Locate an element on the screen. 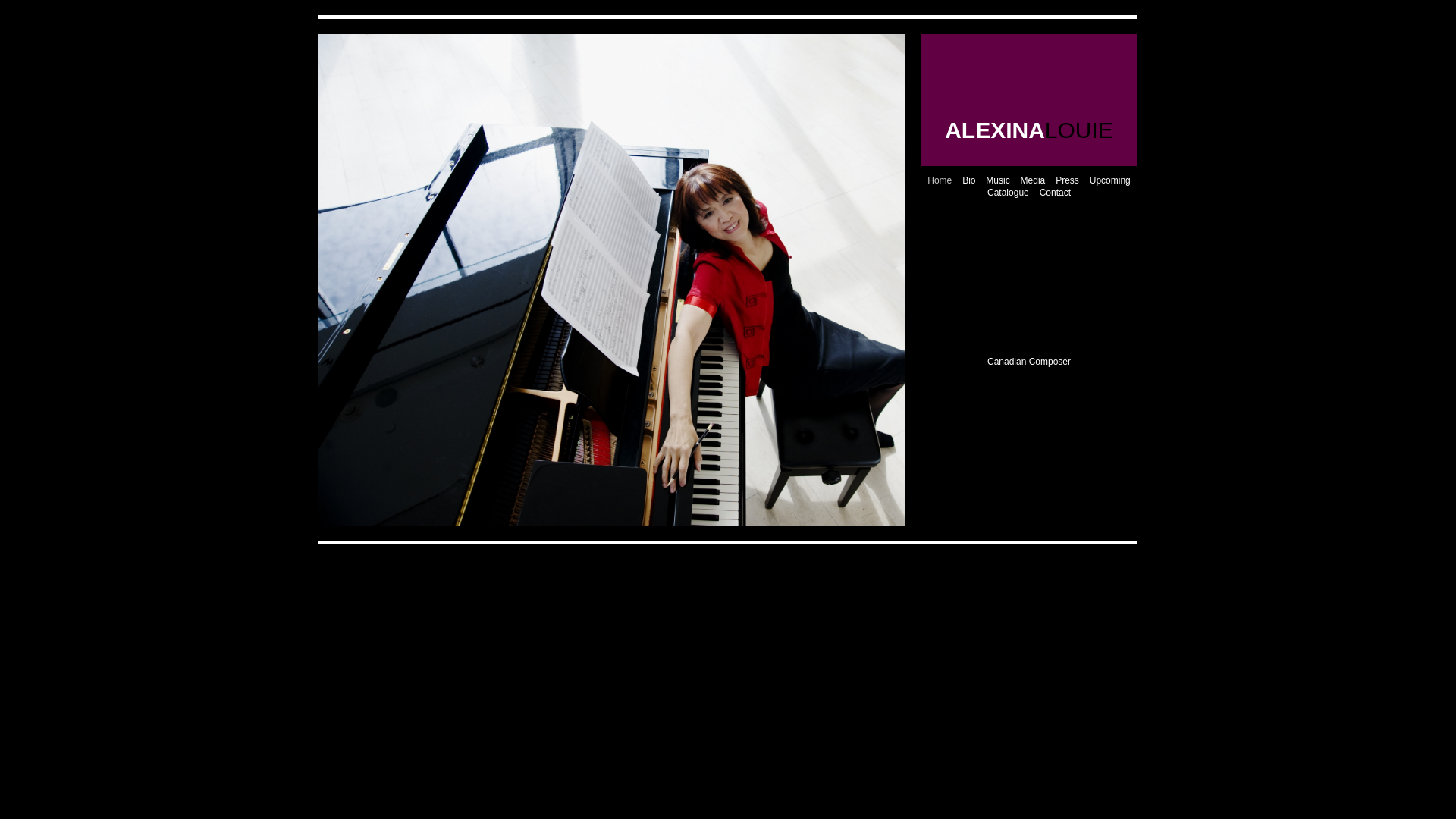 The image size is (1456, 819). 'Home' is located at coordinates (938, 180).